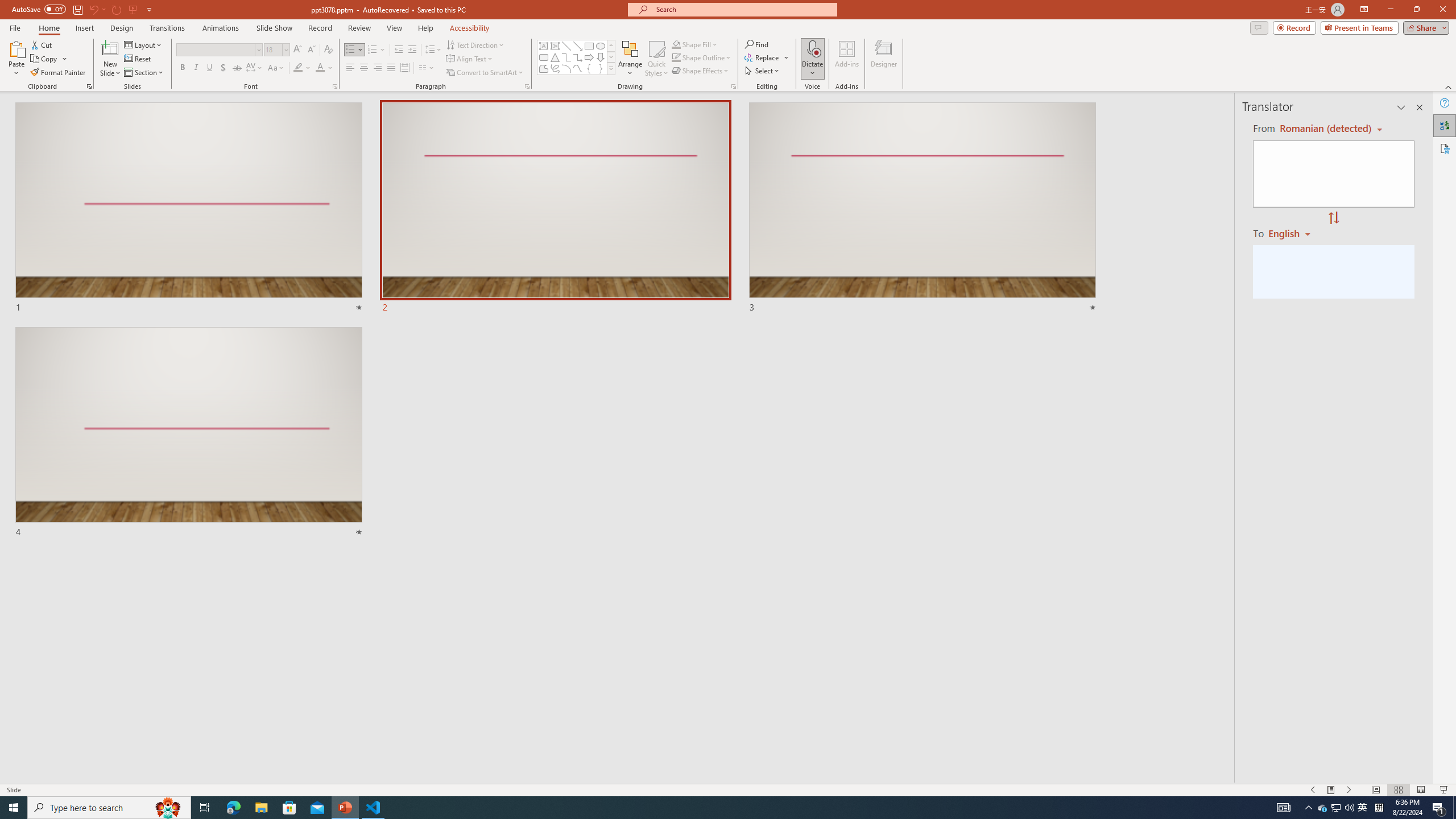 Image resolution: width=1456 pixels, height=819 pixels. What do you see at coordinates (676, 44) in the screenshot?
I see `'Shape Fill Dark Green, Accent 2'` at bounding box center [676, 44].